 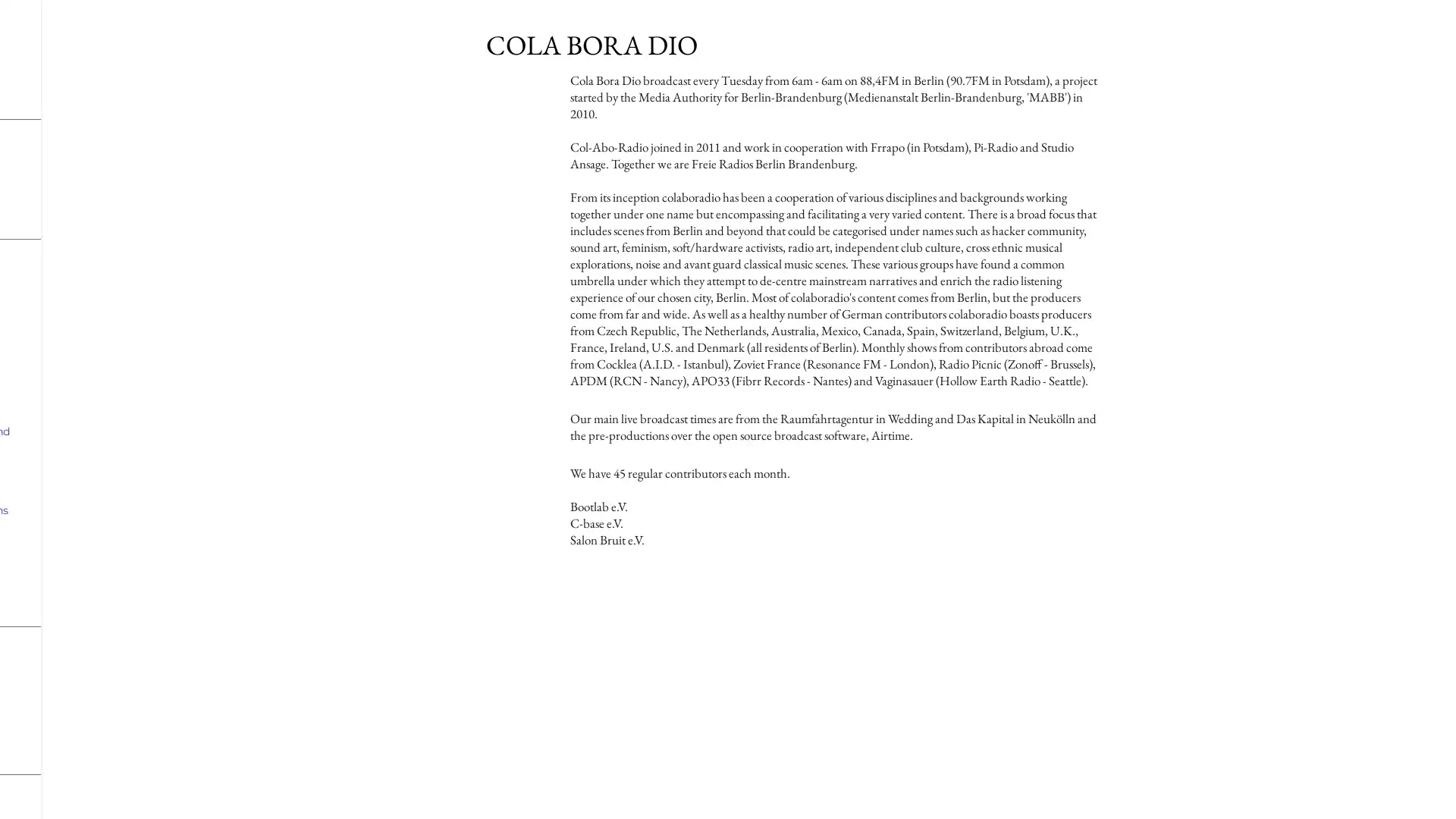 What do you see at coordinates (127, 64) in the screenshot?
I see `mute` at bounding box center [127, 64].